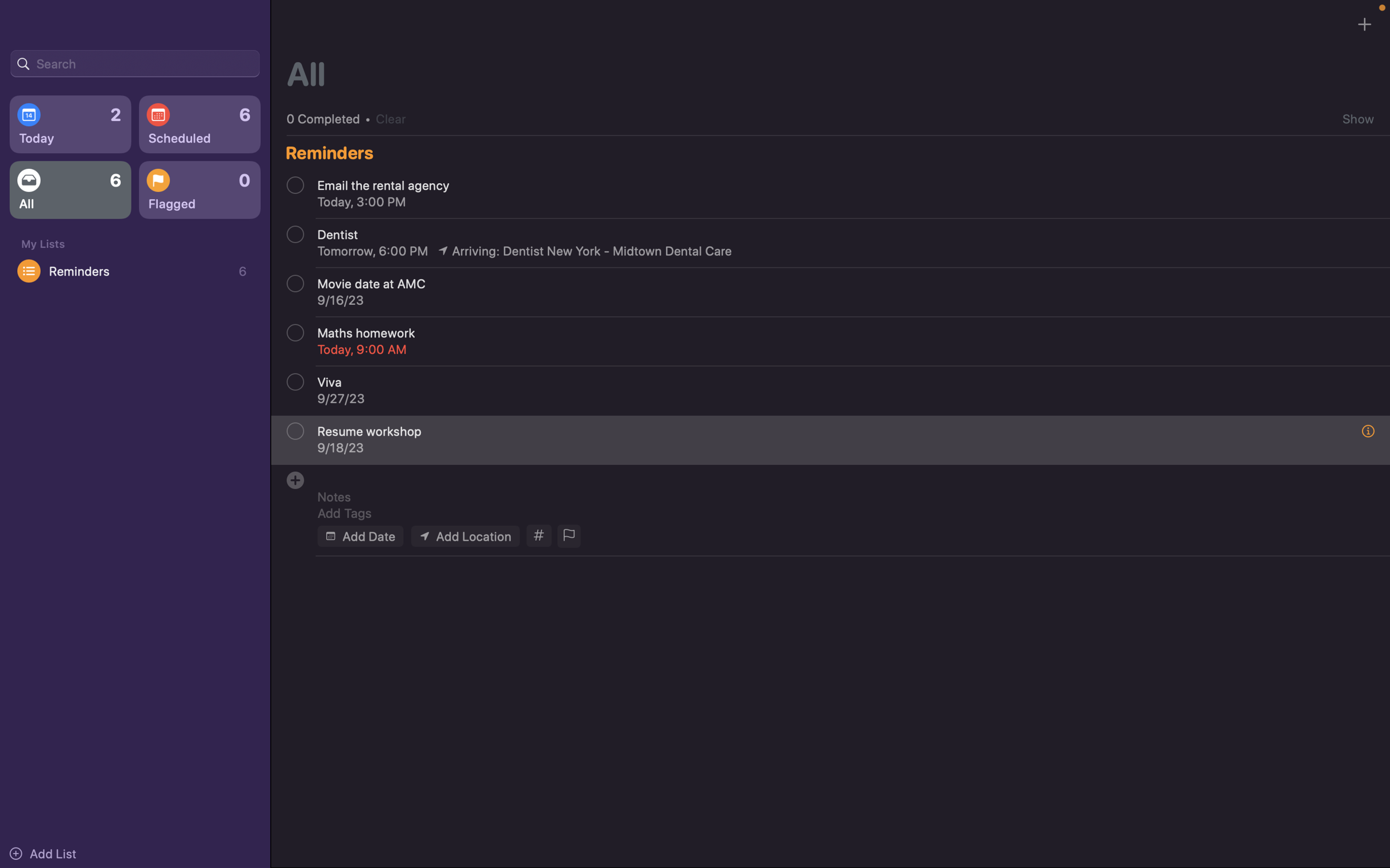 This screenshot has width=1390, height=868. I want to click on Categorize the event under the labels "school" and "homework", so click(536, 535).